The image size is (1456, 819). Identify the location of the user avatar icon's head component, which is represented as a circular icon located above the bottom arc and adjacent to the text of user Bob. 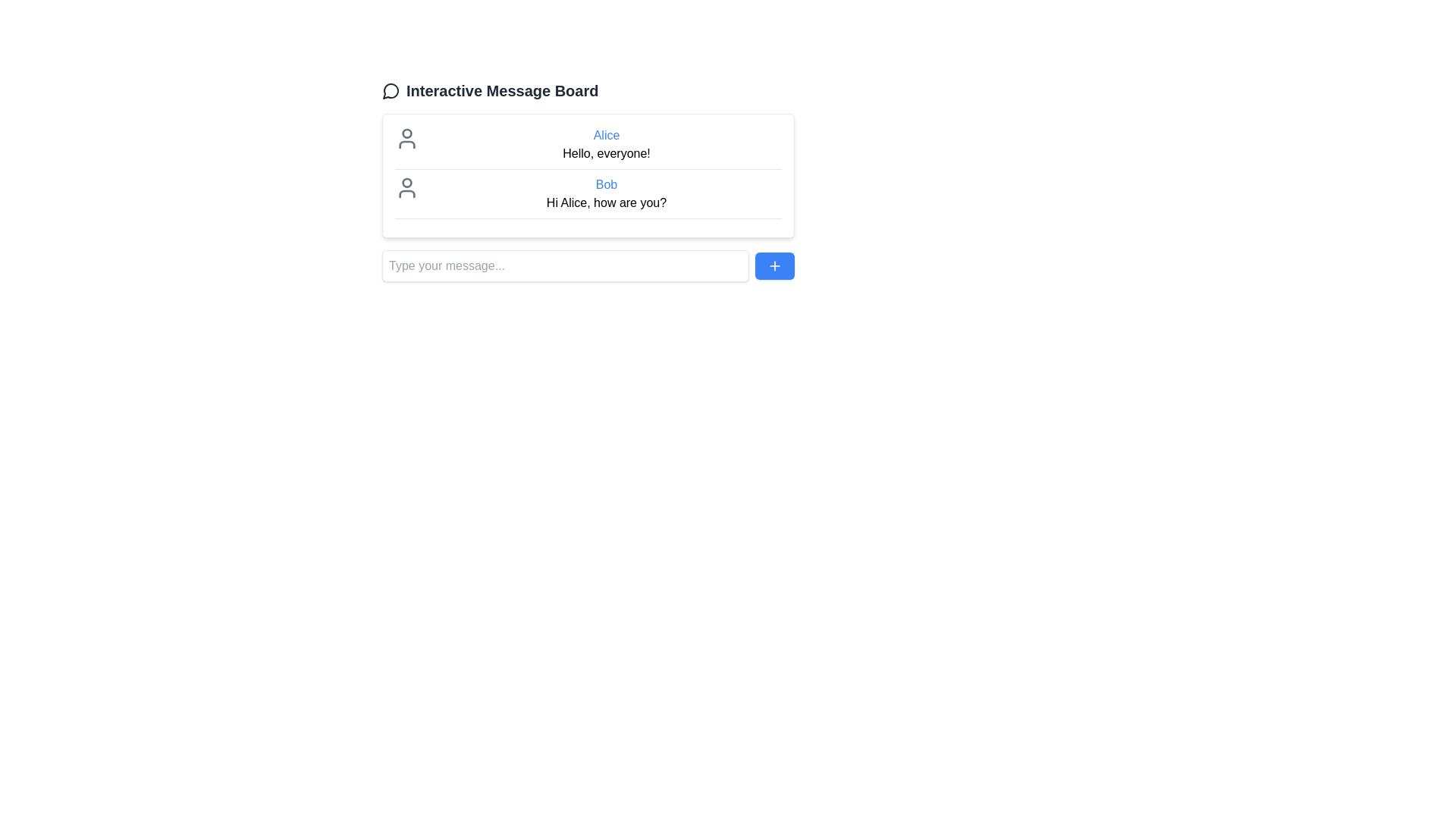
(407, 181).